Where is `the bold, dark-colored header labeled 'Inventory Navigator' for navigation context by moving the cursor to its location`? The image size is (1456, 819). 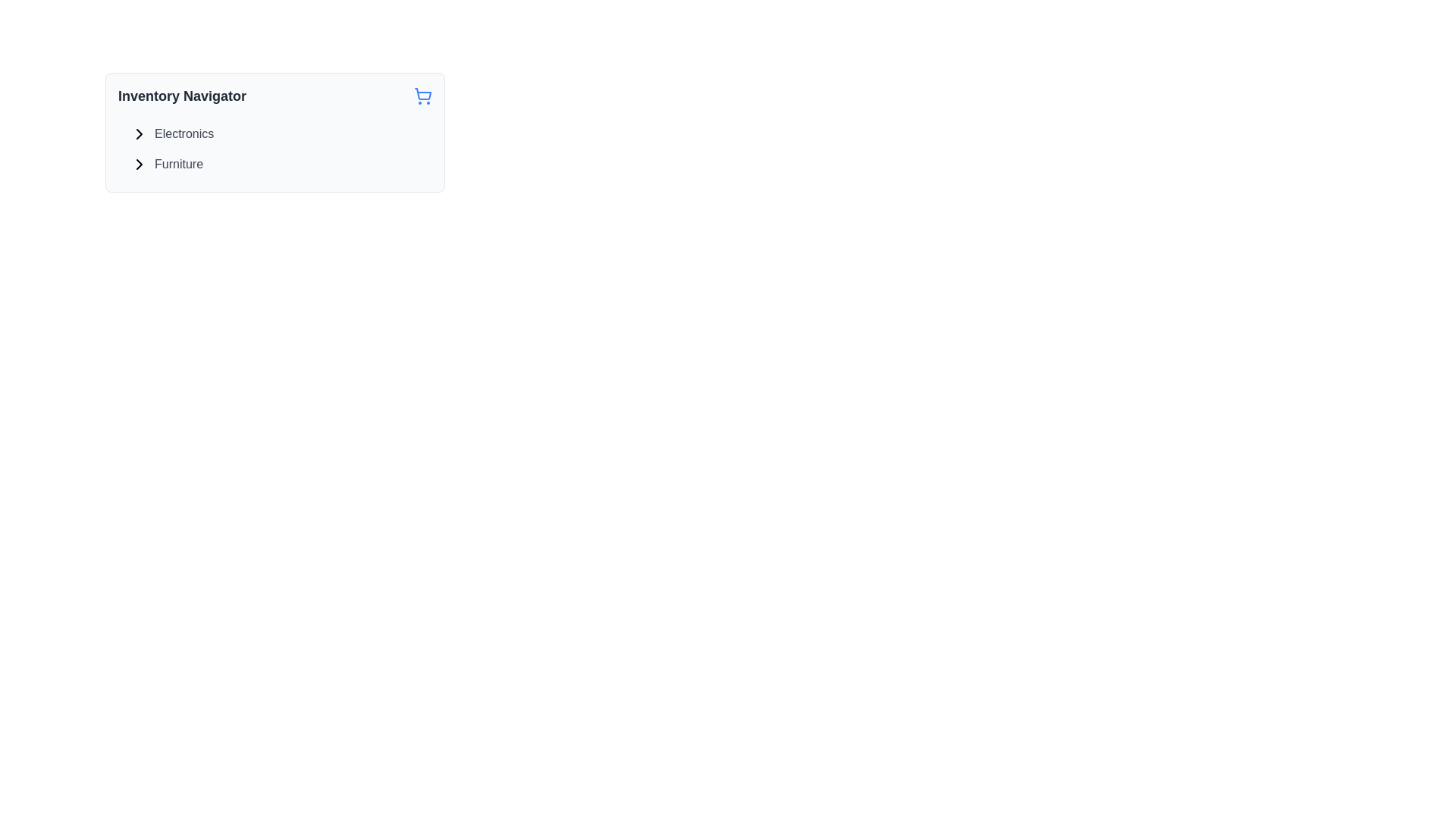 the bold, dark-colored header labeled 'Inventory Navigator' for navigation context by moving the cursor to its location is located at coordinates (182, 96).